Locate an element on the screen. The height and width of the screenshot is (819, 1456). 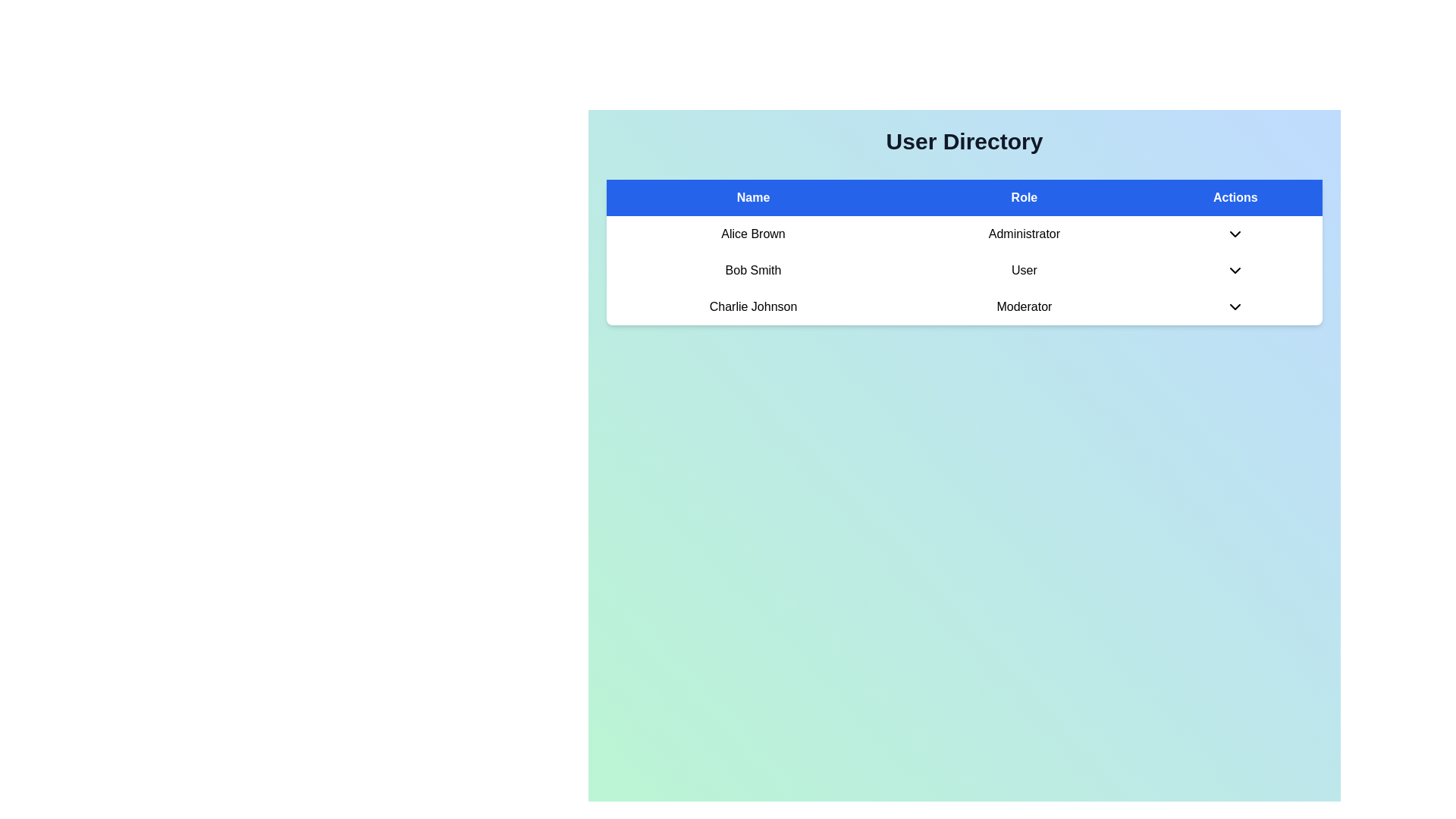
the Text Label that serves as a header for the user data table, positioned to the left of 'Role' and 'Actions' is located at coordinates (753, 197).